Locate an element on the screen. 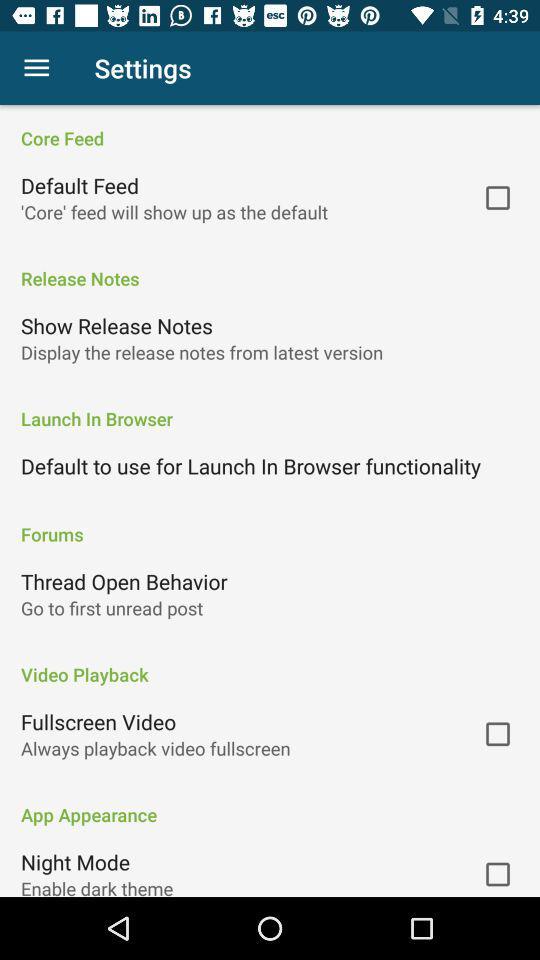  icon above forums icon is located at coordinates (251, 466).